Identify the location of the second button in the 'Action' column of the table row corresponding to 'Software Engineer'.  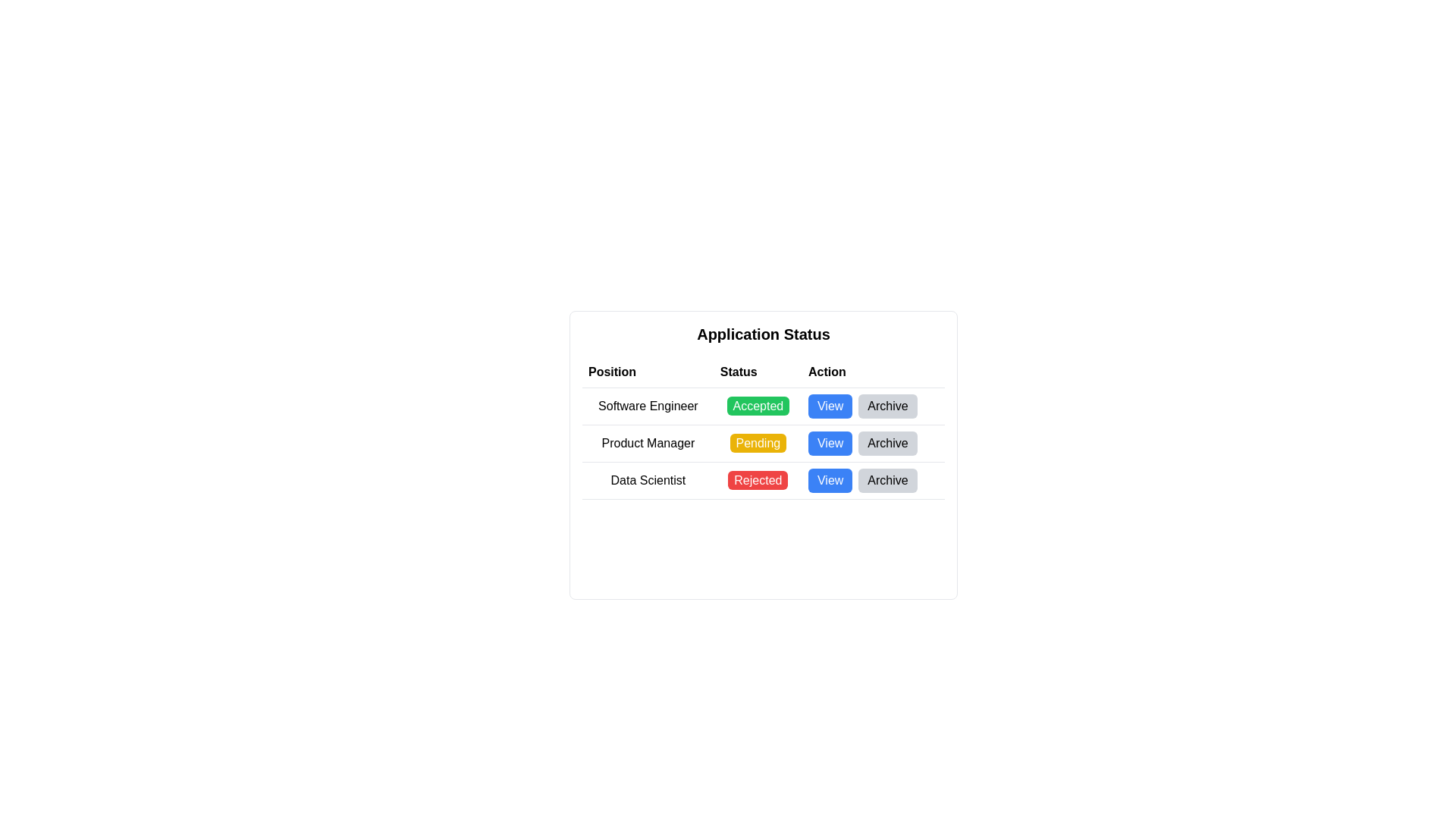
(888, 406).